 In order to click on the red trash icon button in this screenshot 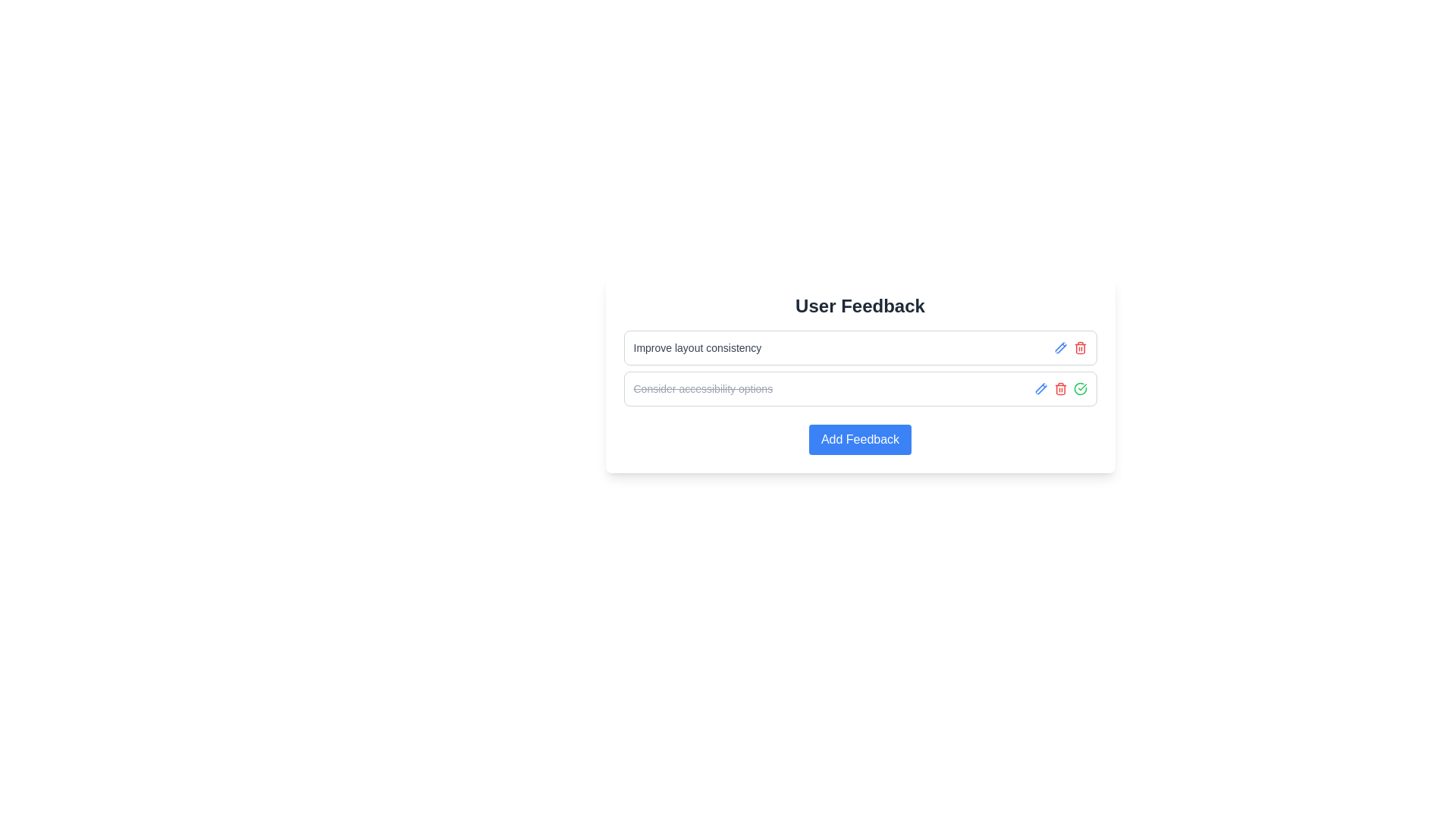, I will do `click(1079, 348)`.